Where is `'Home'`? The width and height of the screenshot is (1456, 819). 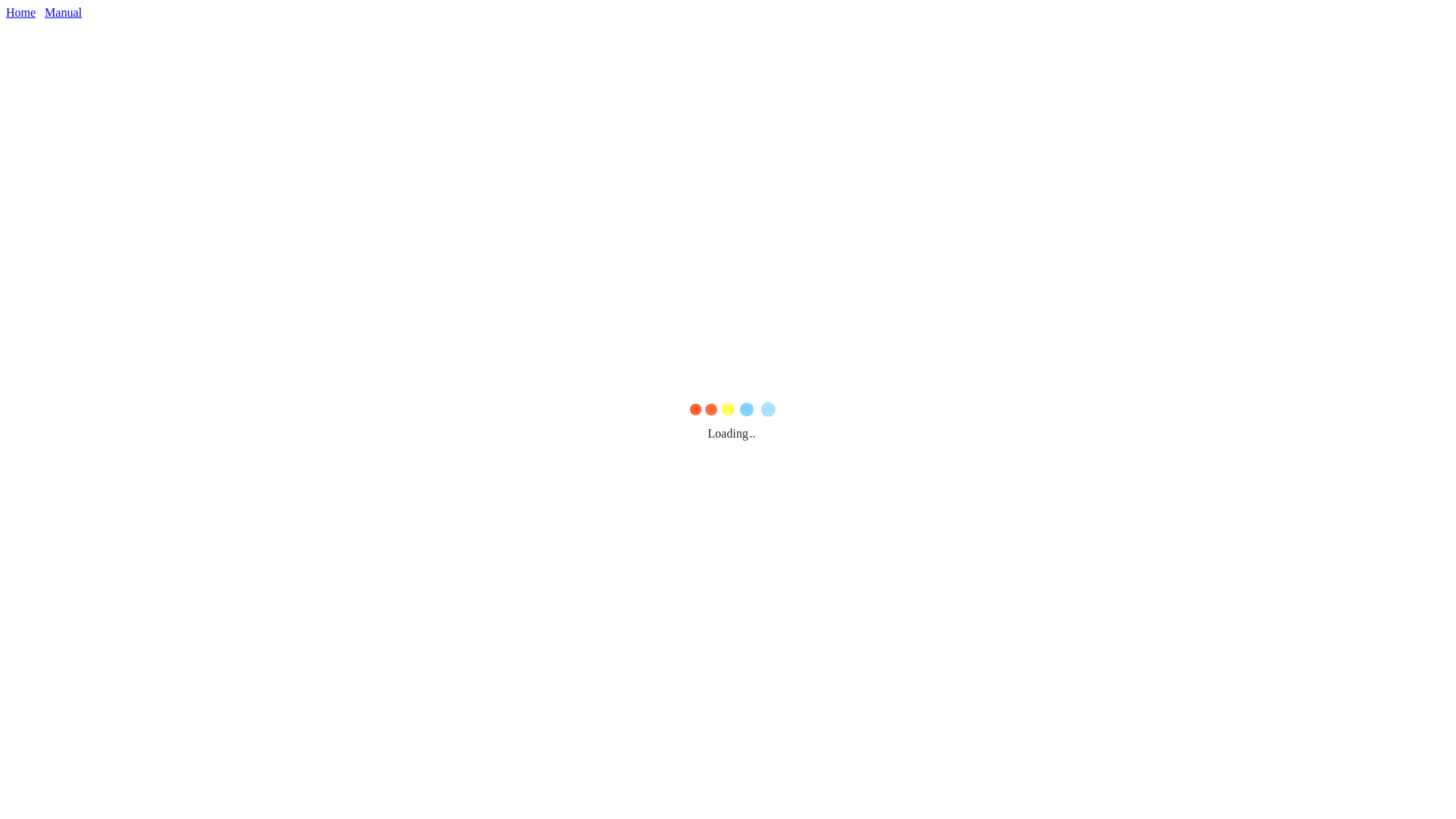 'Home' is located at coordinates (6, 12).